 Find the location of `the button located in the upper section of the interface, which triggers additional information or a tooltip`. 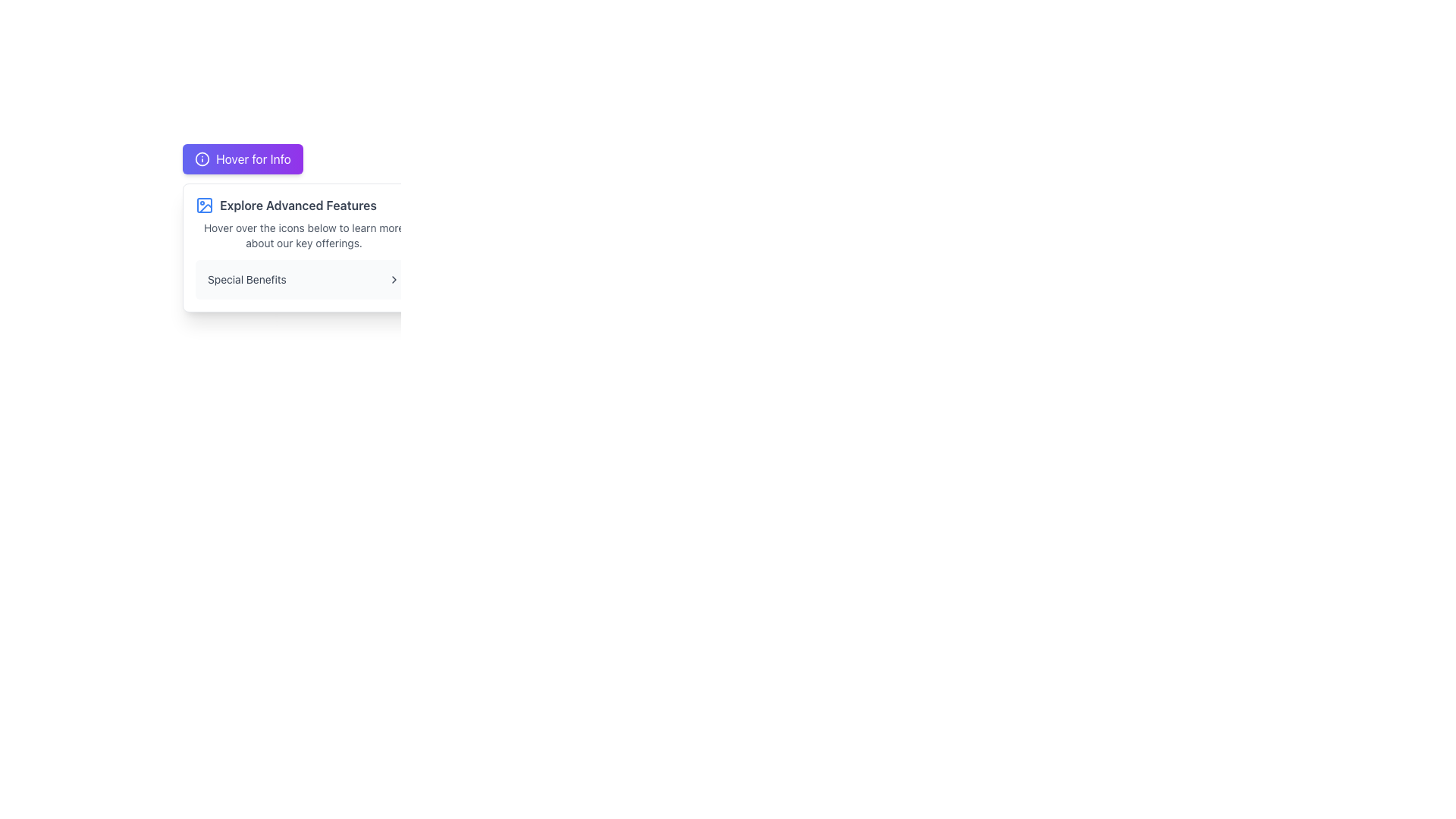

the button located in the upper section of the interface, which triggers additional information or a tooltip is located at coordinates (243, 158).